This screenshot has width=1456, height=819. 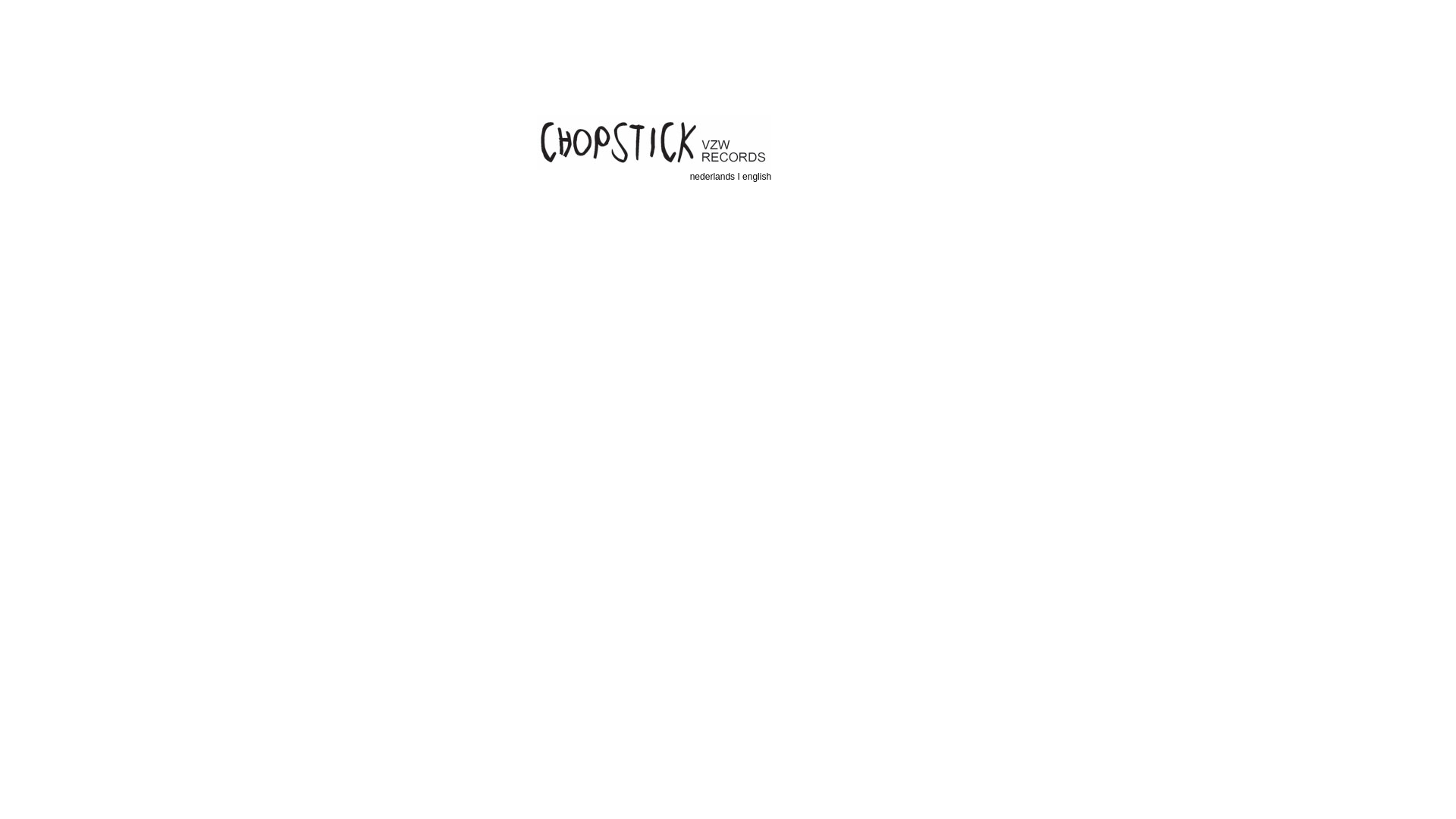 What do you see at coordinates (713, 175) in the screenshot?
I see `'nederlands'` at bounding box center [713, 175].